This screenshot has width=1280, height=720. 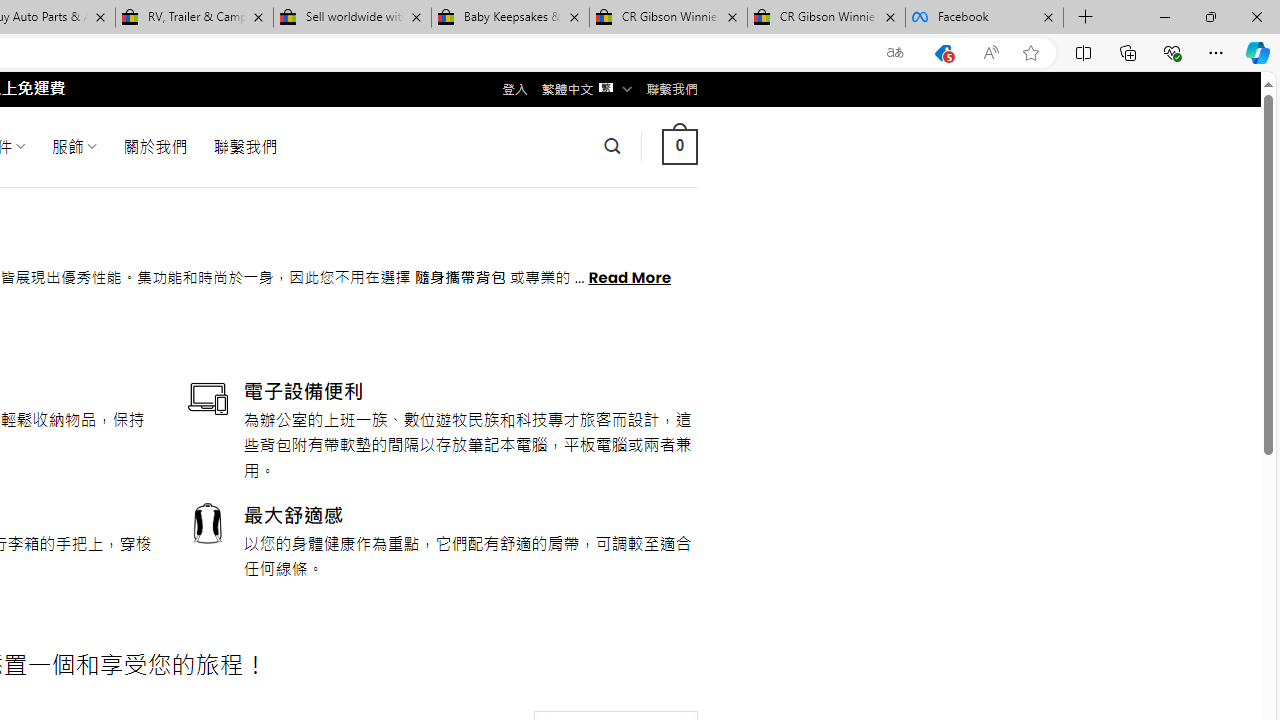 What do you see at coordinates (510, 17) in the screenshot?
I see `'Baby Keepsakes & Announcements for sale | eBay'` at bounding box center [510, 17].